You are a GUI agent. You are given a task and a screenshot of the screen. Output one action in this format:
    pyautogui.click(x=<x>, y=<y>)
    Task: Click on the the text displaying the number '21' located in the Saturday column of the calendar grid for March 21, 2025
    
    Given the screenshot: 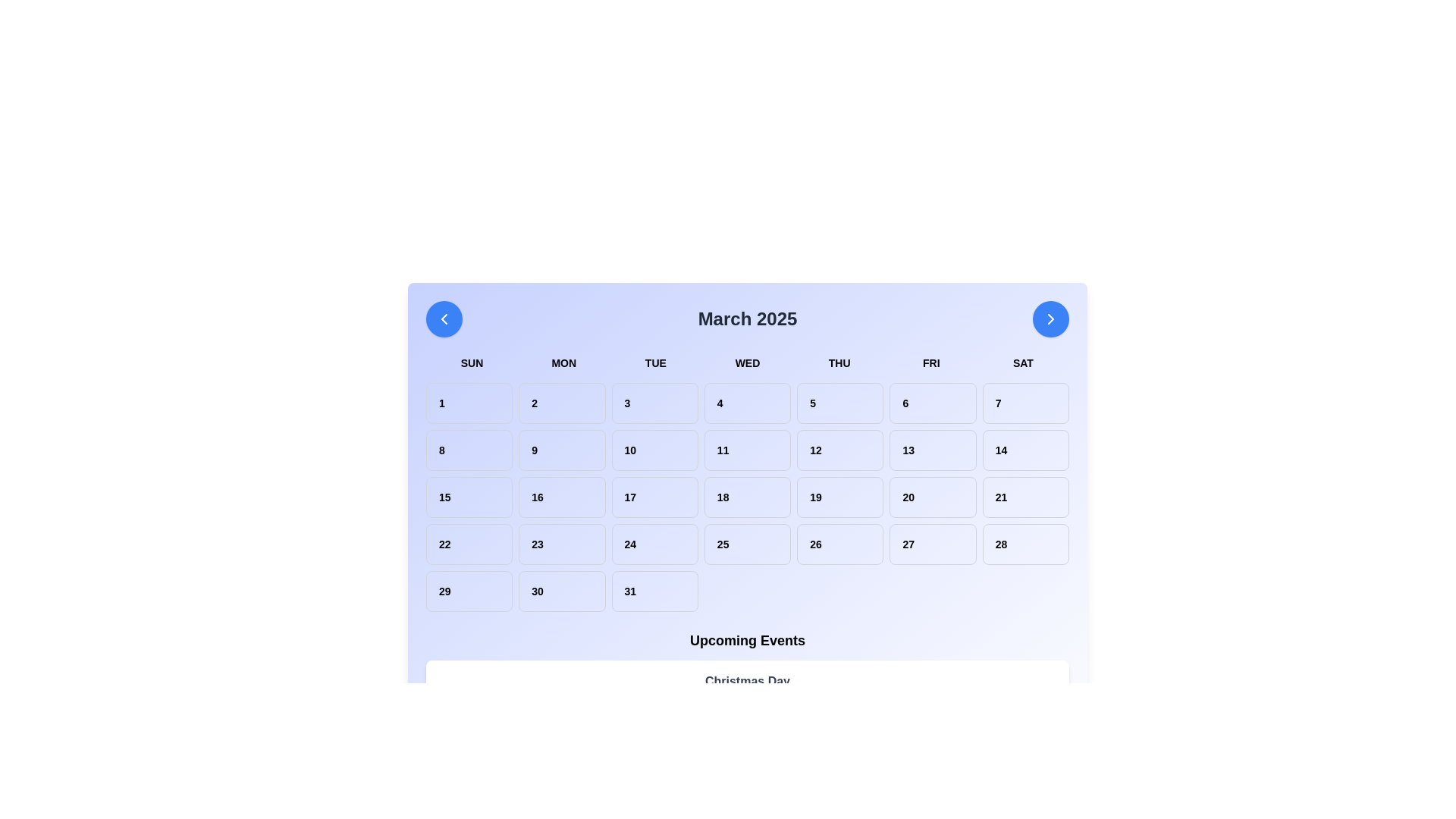 What is the action you would take?
    pyautogui.click(x=1025, y=497)
    